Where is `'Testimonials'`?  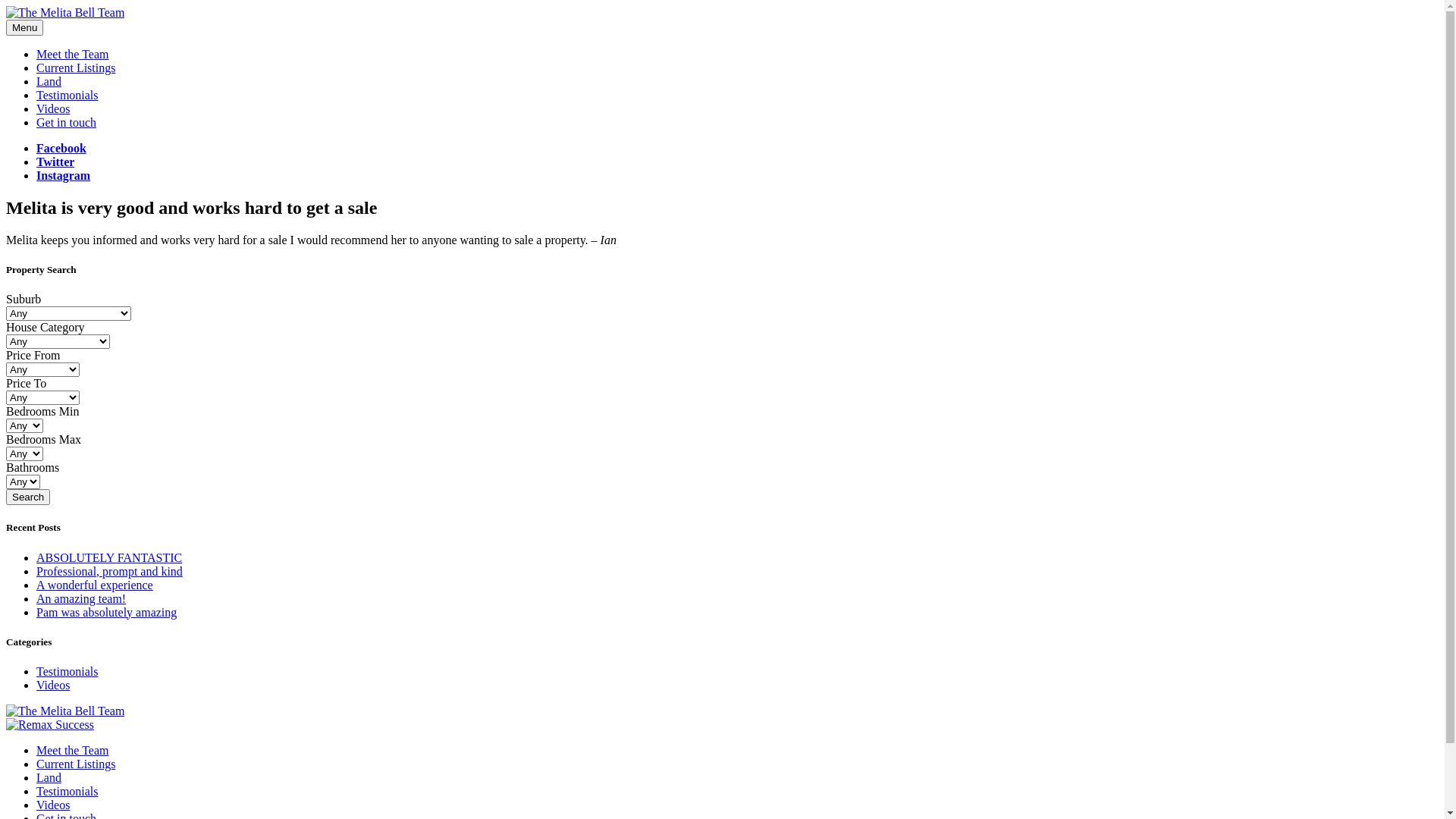
'Testimonials' is located at coordinates (36, 670).